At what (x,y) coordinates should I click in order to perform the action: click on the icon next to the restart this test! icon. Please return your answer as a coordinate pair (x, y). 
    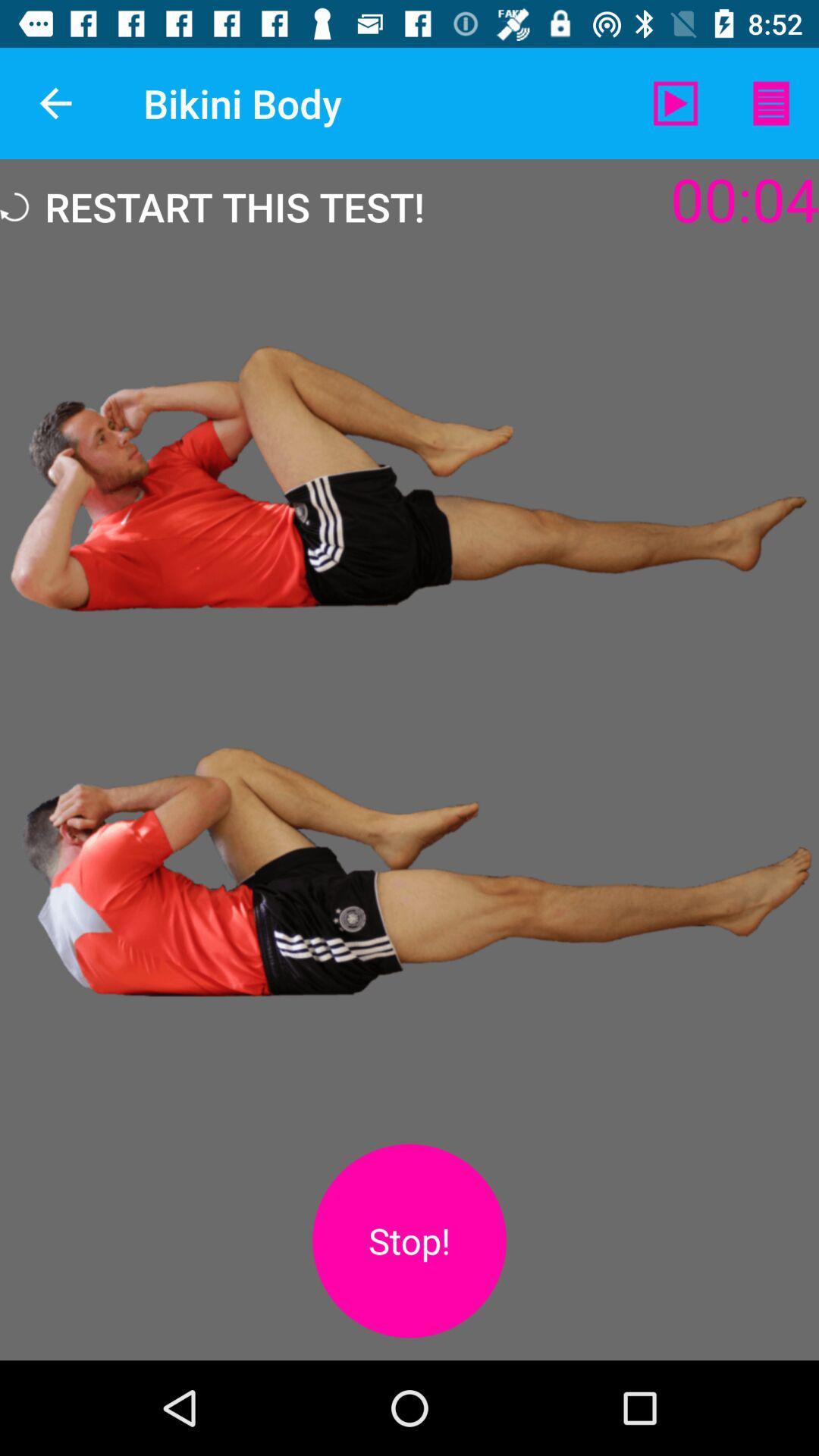
    Looking at the image, I should click on (675, 102).